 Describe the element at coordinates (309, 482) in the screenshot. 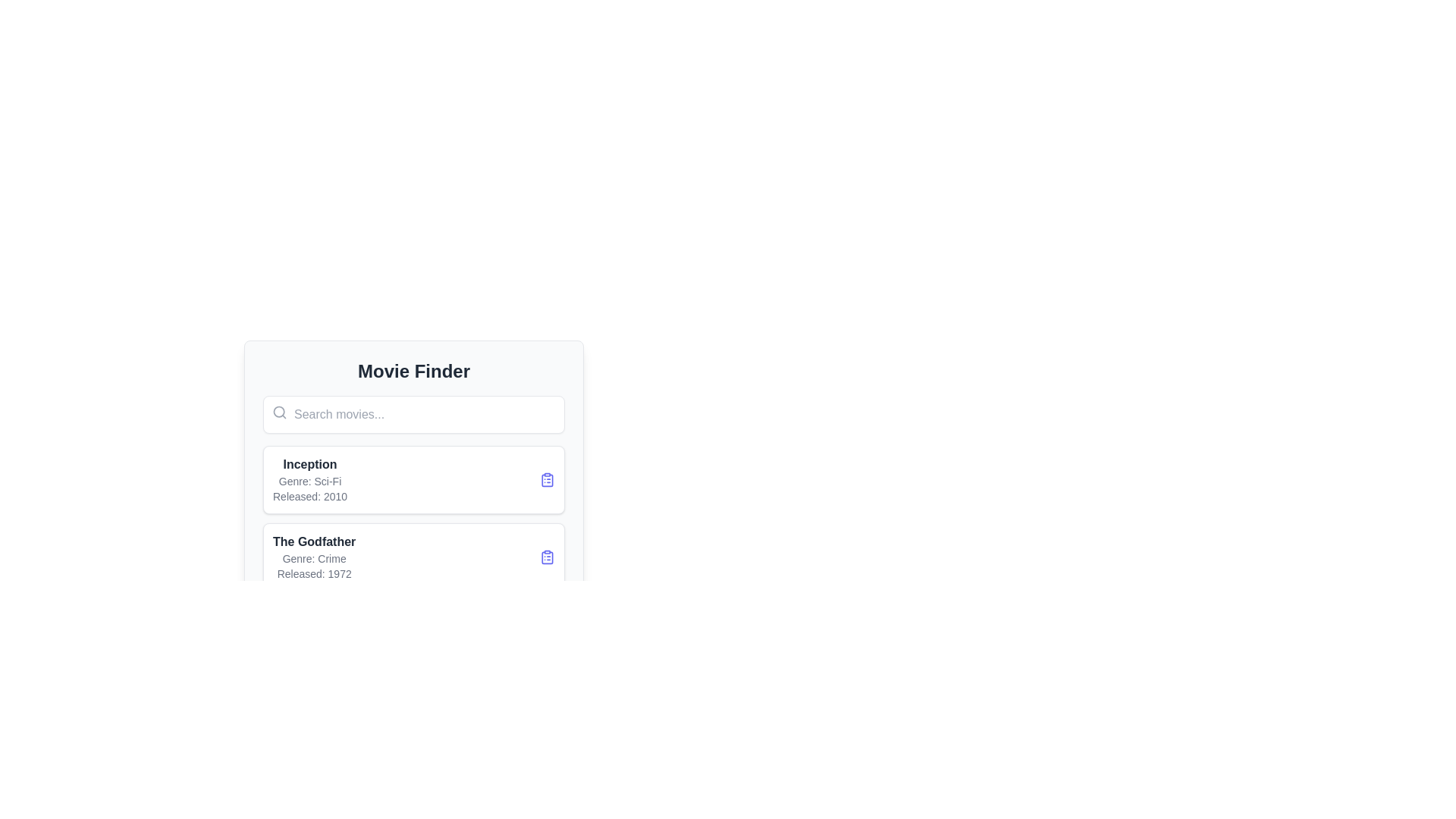

I see `the text label that reads 'Genre: Sci-Fi', which is located below the title 'Inception' in the movie detail section` at that location.